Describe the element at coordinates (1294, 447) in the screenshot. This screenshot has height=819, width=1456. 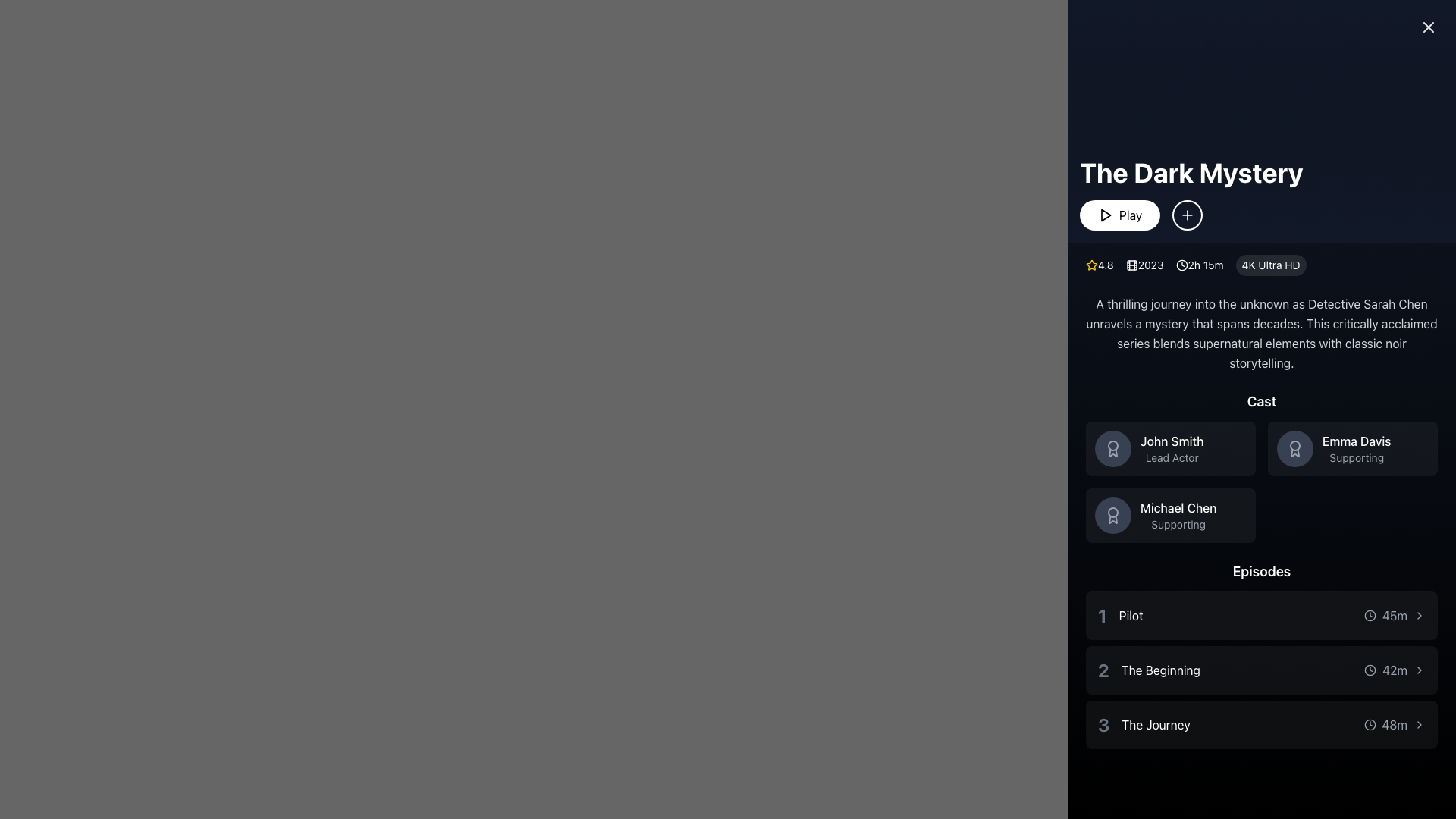
I see `the icon representing 'Emma Davis' located in the 'Cast' section of the interface, positioned to the left of the text 'Emma Davis'` at that location.